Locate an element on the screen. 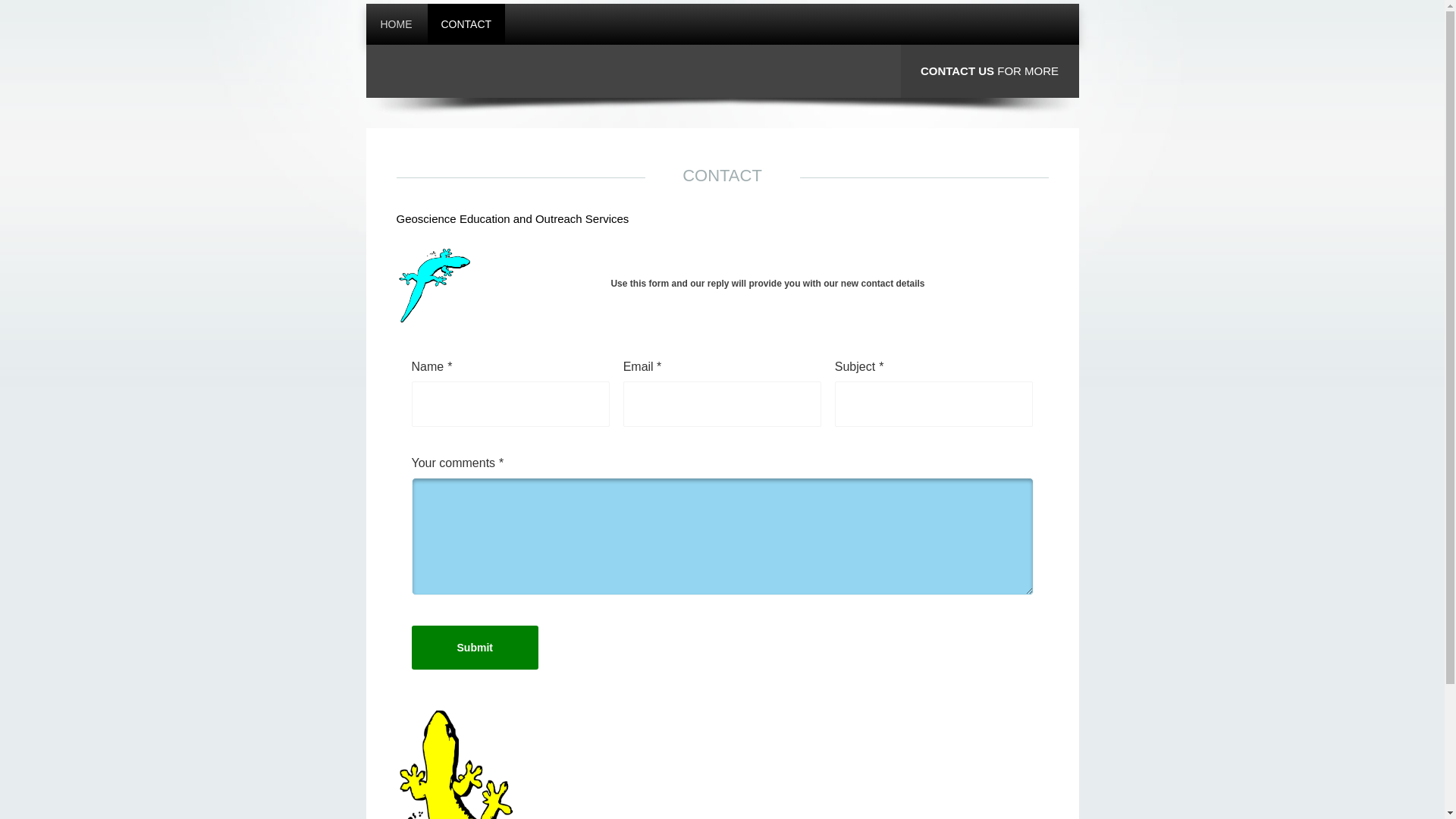 The image size is (1456, 819). 'HOME' is located at coordinates (367, 24).